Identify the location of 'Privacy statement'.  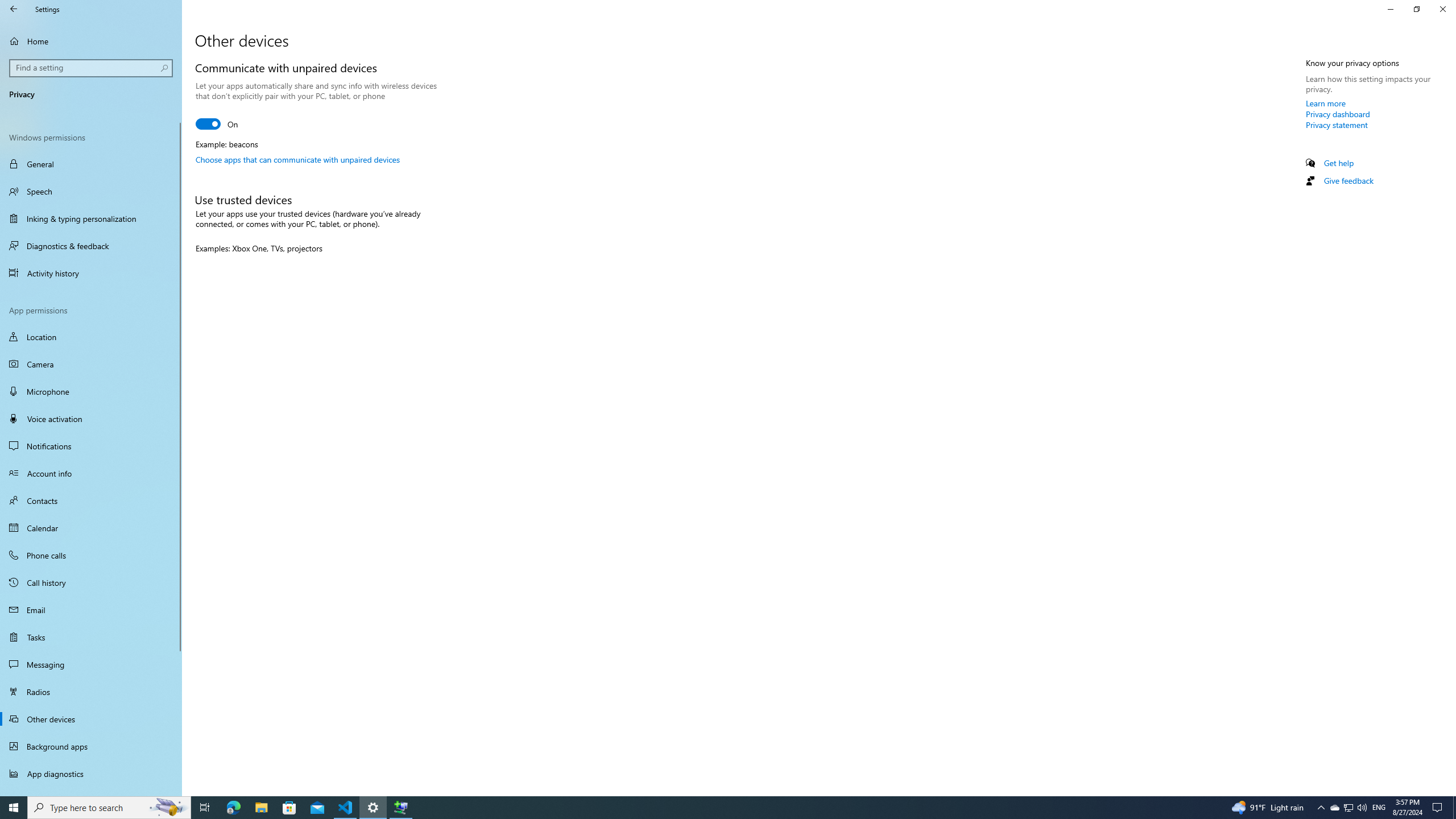
(1336, 124).